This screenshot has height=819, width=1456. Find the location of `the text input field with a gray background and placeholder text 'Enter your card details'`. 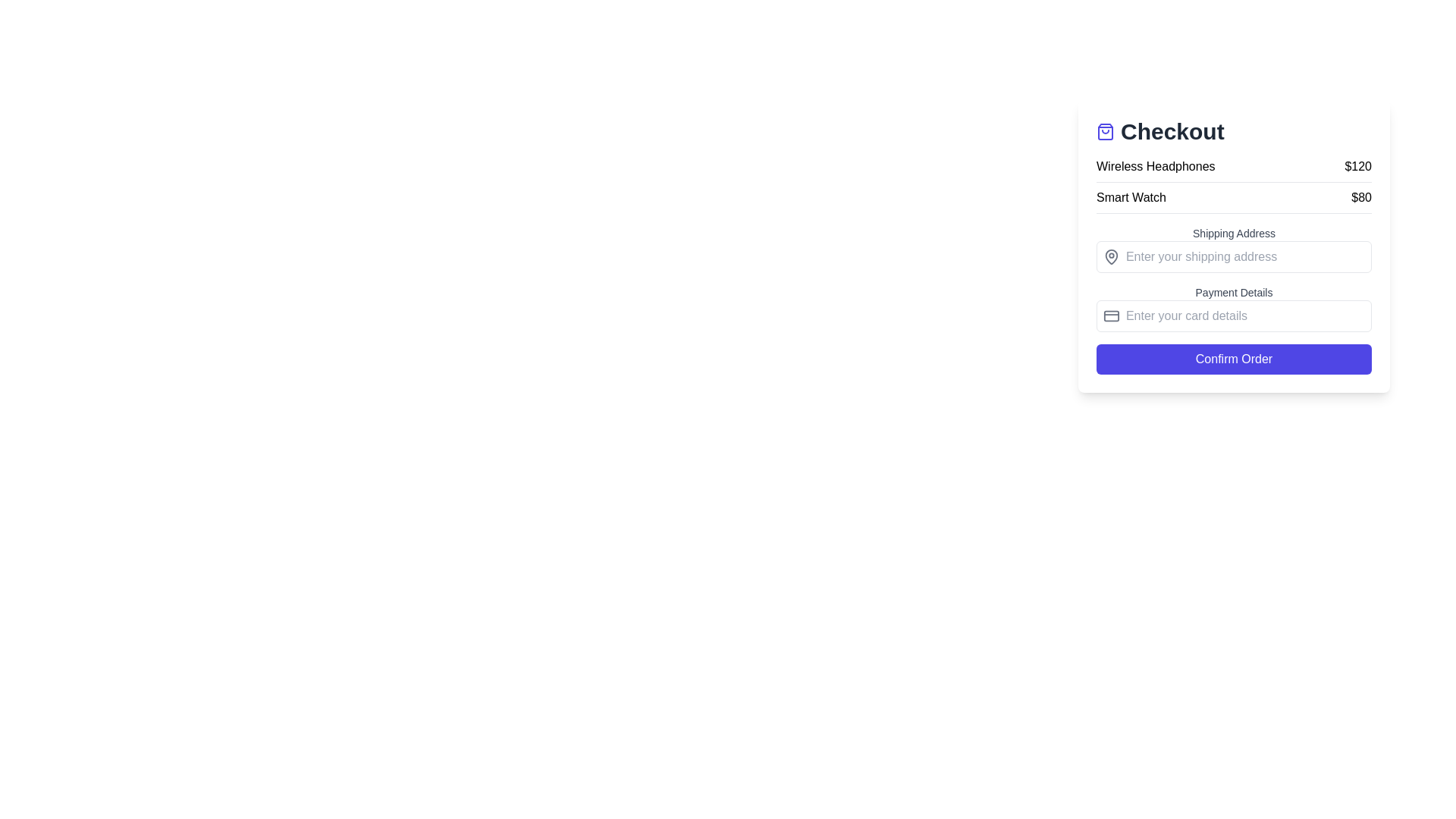

the text input field with a gray background and placeholder text 'Enter your card details' is located at coordinates (1245, 315).